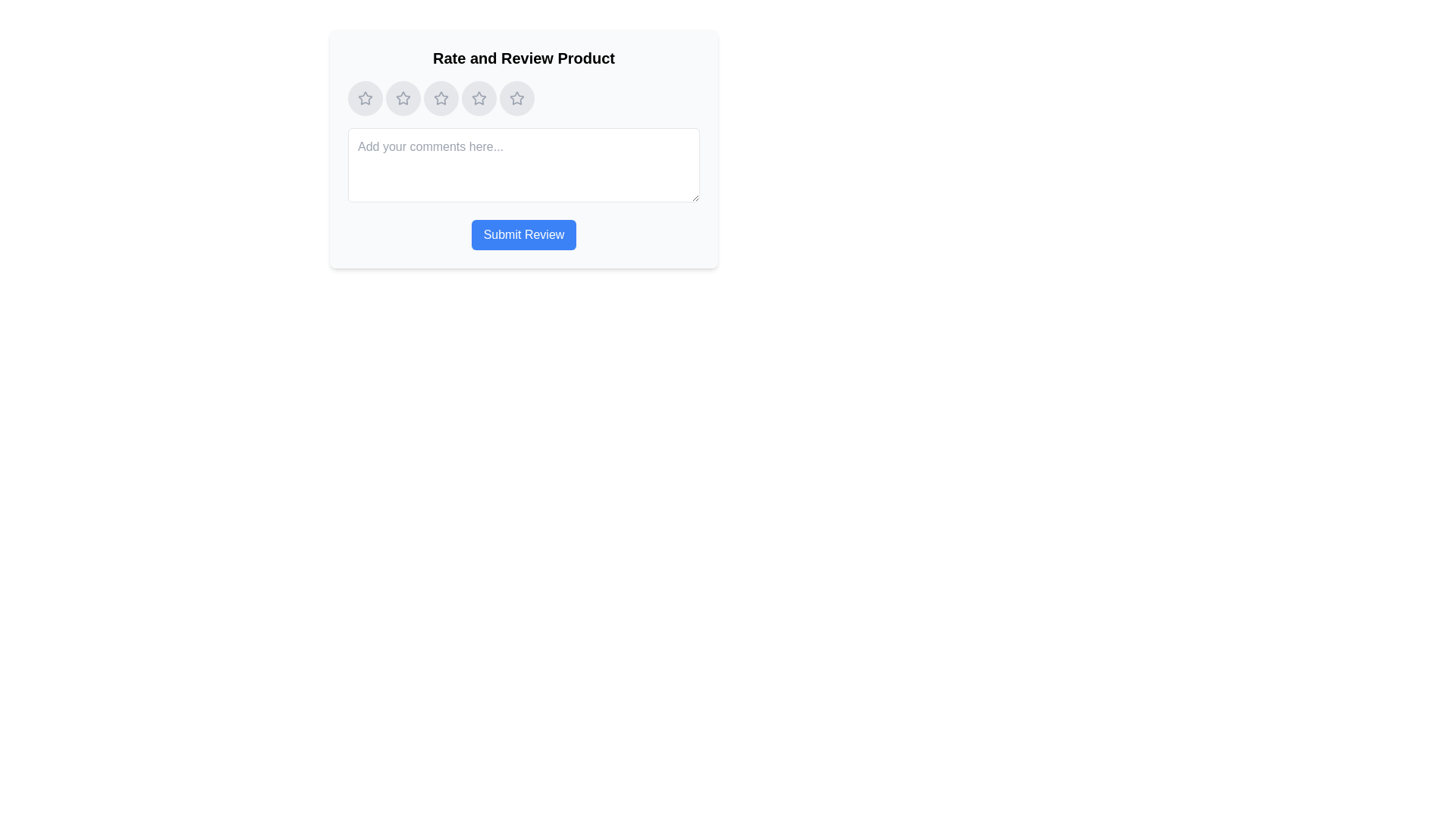  What do you see at coordinates (440, 98) in the screenshot?
I see `the second star icon in a row of five star icons` at bounding box center [440, 98].